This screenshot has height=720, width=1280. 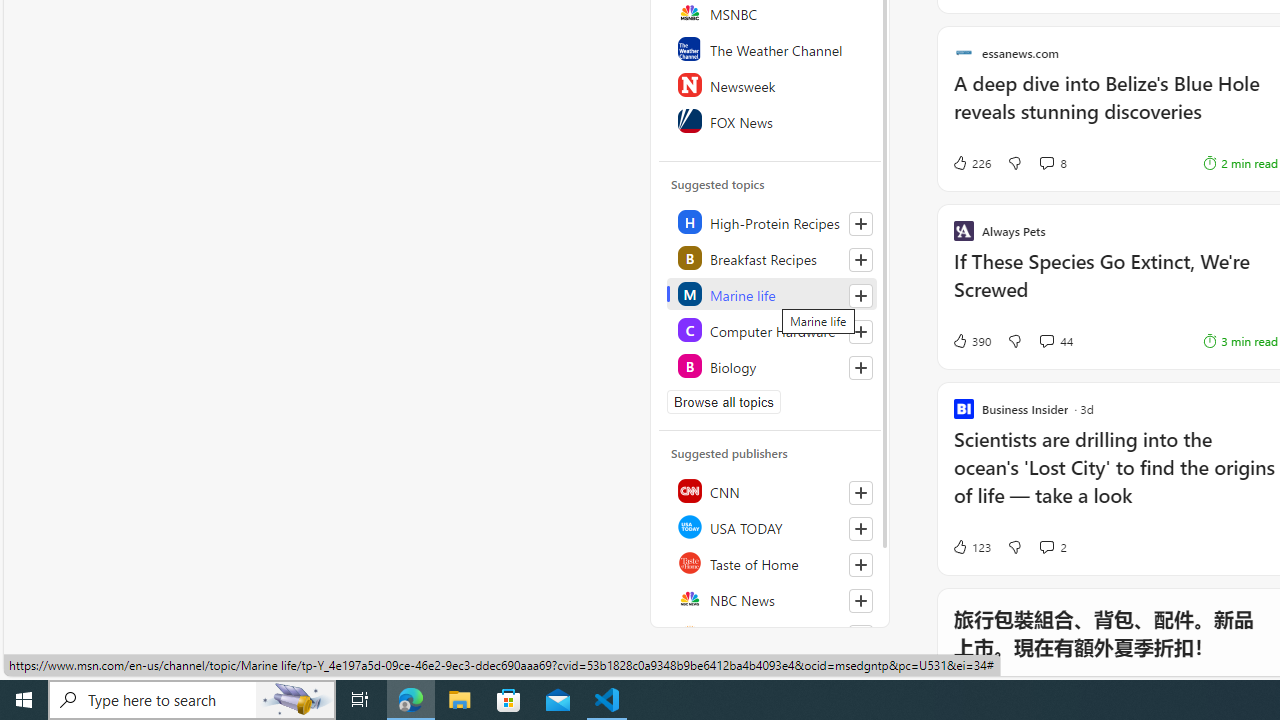 I want to click on '390 Like', so click(x=970, y=339).